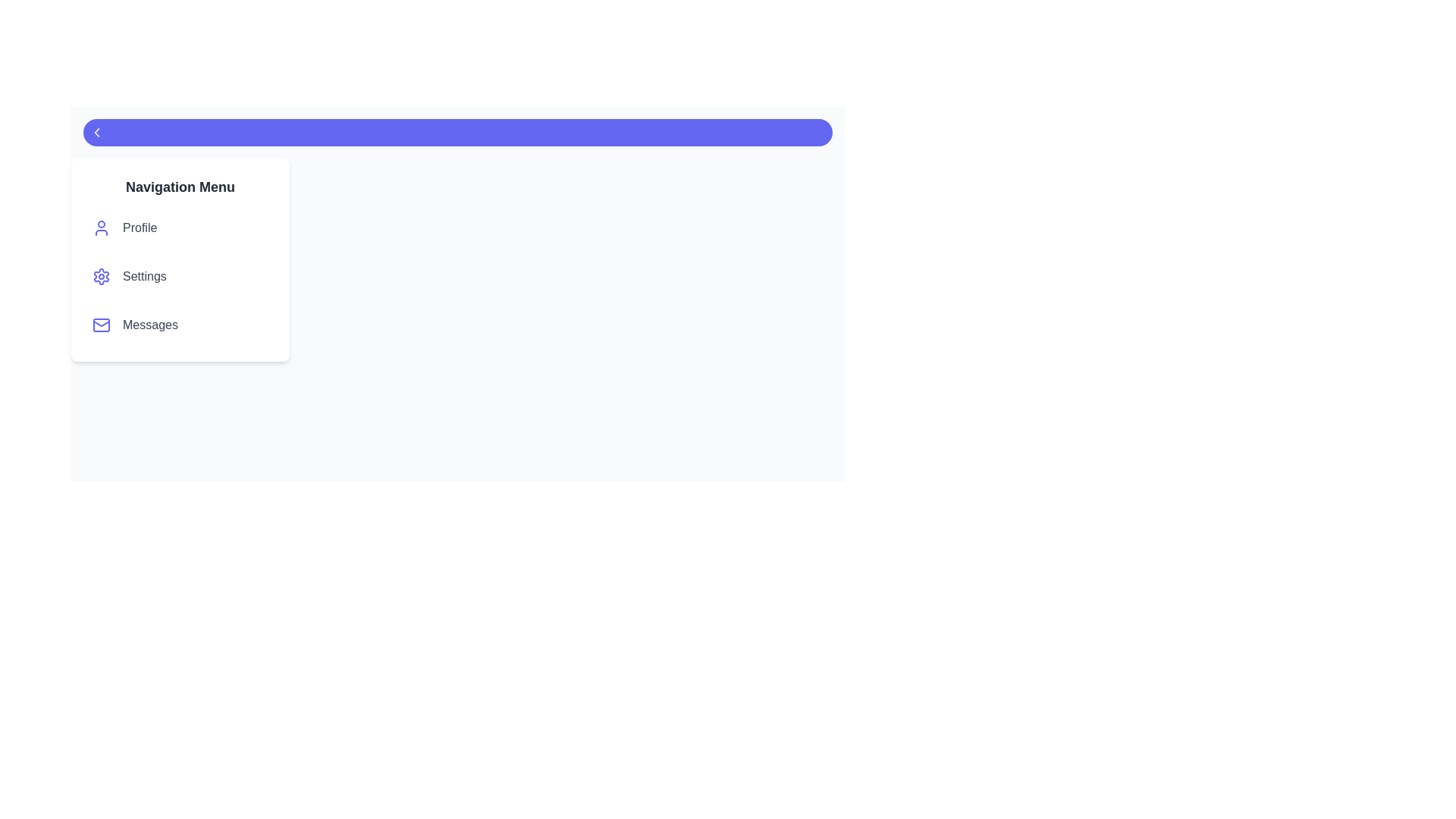 The height and width of the screenshot is (819, 1456). I want to click on the menu item labeled Settings to highlight it, so click(180, 277).